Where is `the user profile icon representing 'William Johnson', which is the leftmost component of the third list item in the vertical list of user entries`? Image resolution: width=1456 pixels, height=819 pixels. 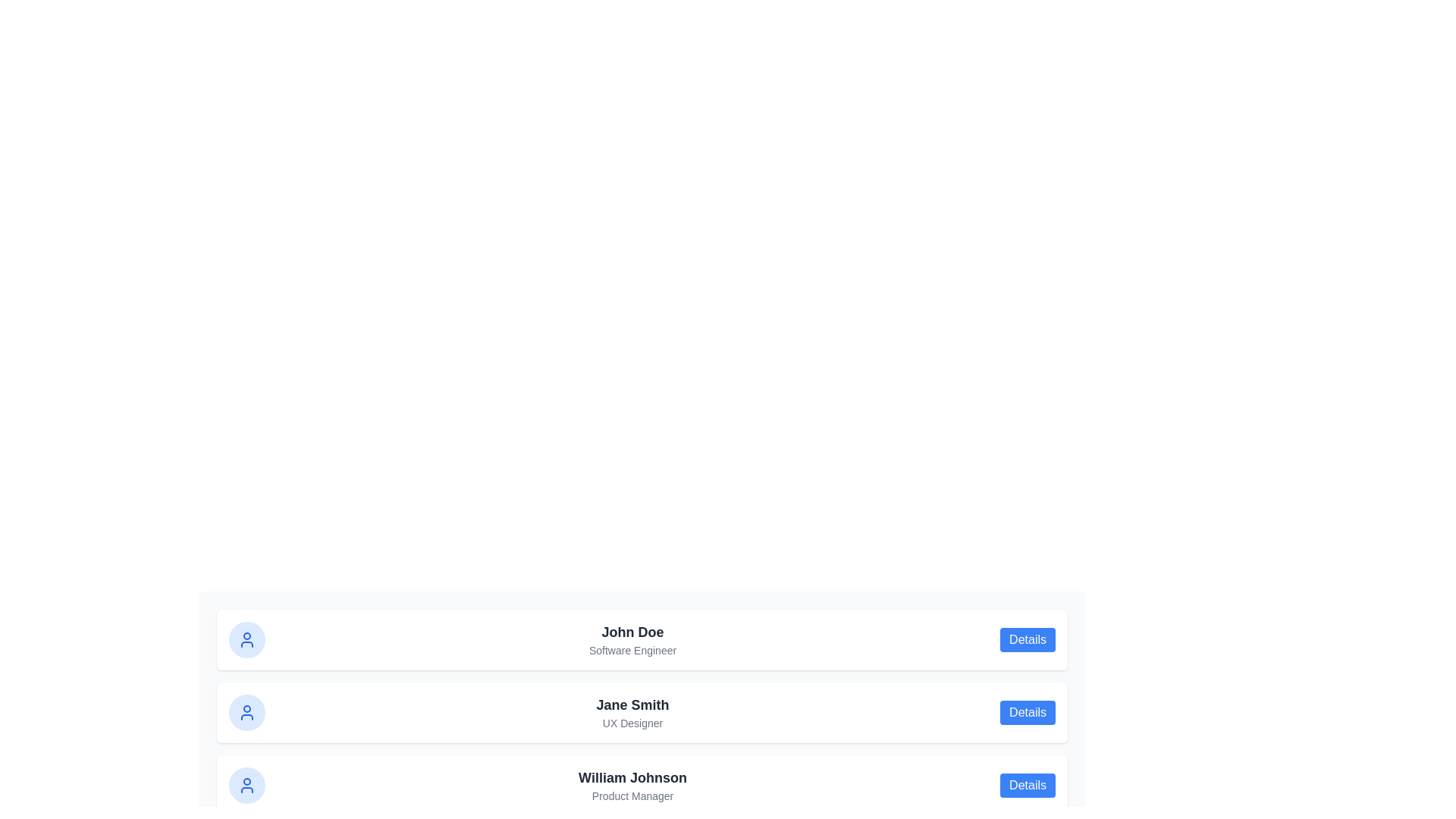
the user profile icon representing 'William Johnson', which is the leftmost component of the third list item in the vertical list of user entries is located at coordinates (247, 785).